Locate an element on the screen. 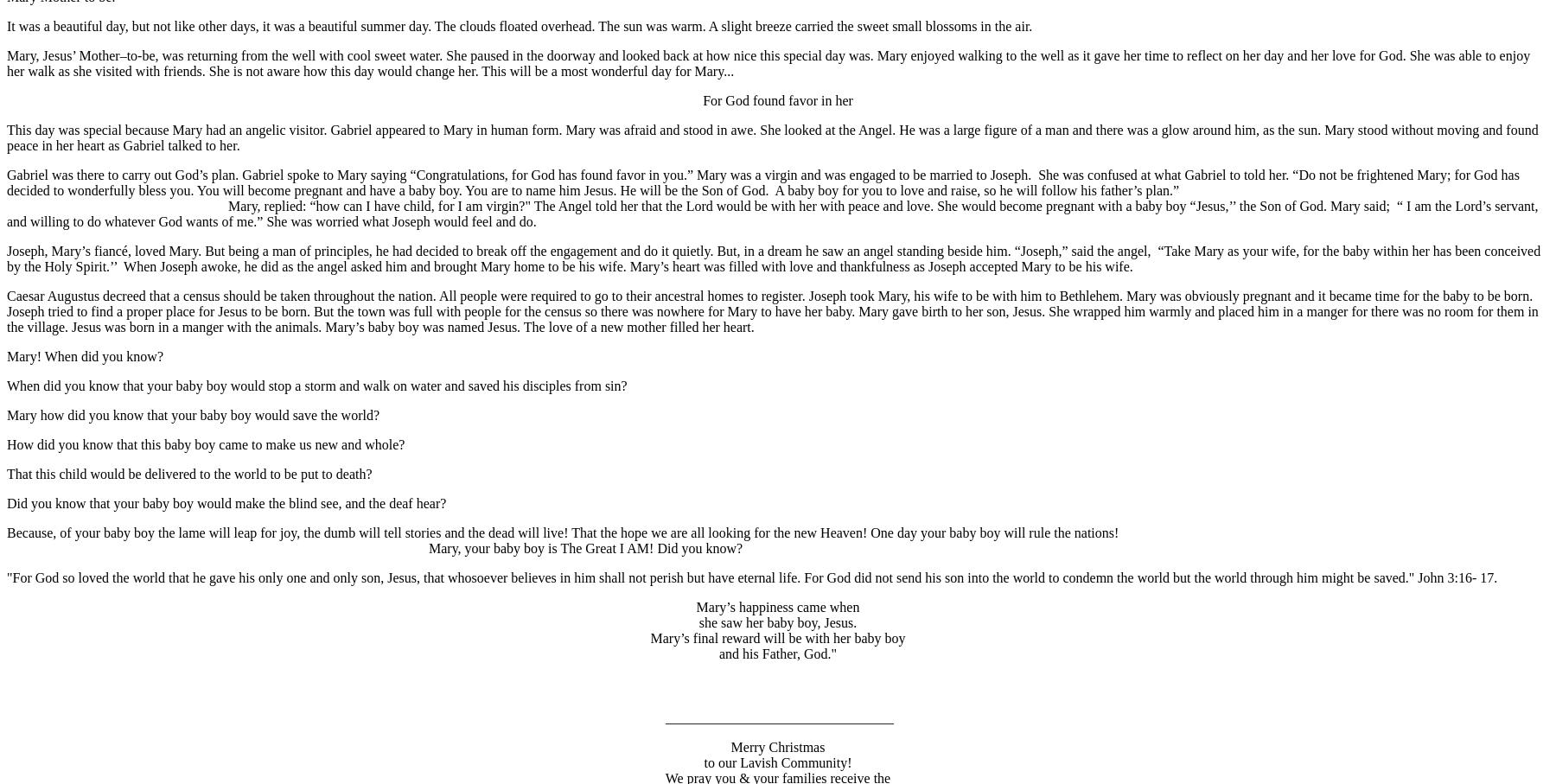 The width and height of the screenshot is (1556, 784). 'For God found favor in her' is located at coordinates (703, 99).